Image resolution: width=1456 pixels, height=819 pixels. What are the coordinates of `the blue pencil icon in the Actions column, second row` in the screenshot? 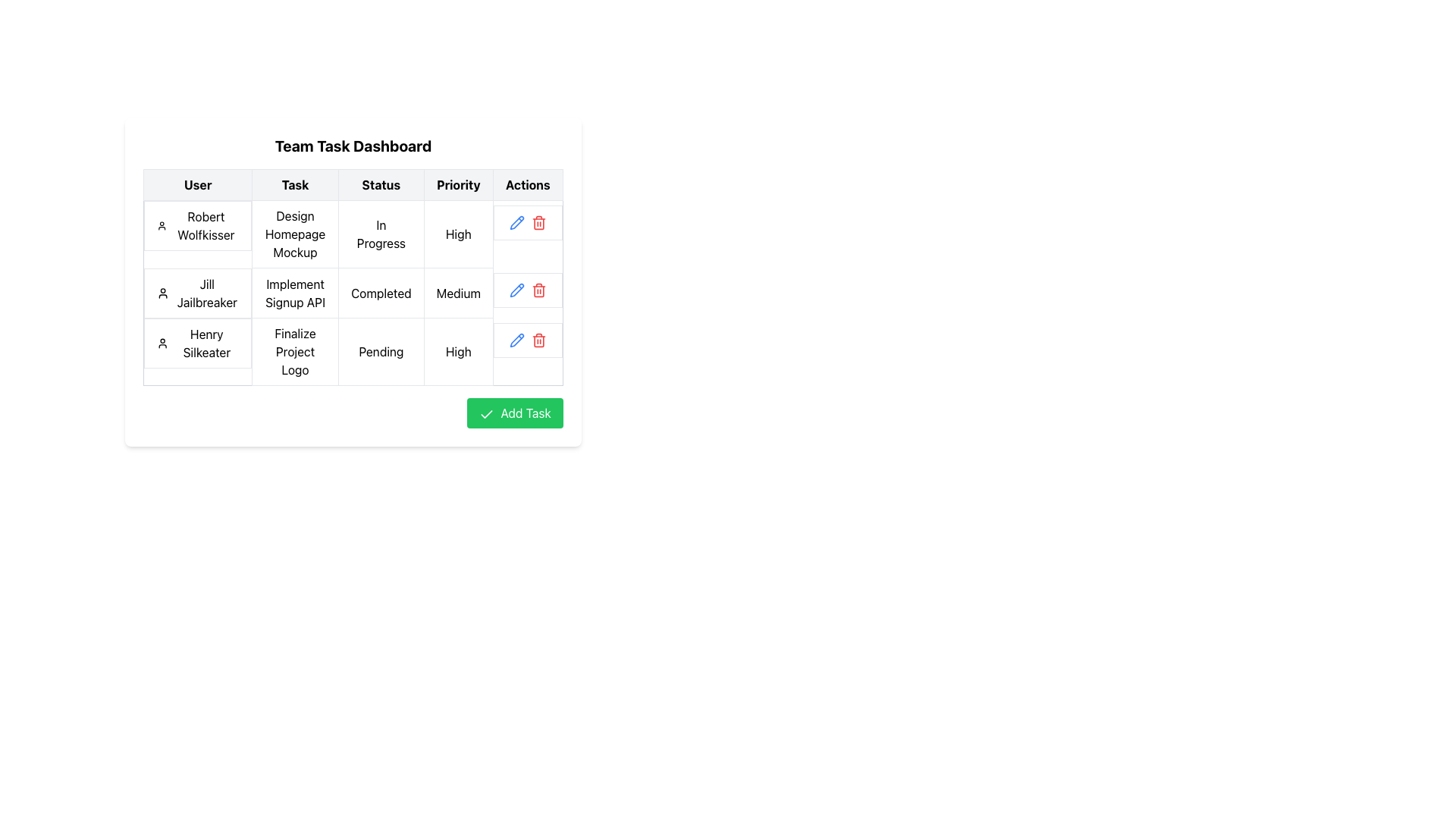 It's located at (517, 222).